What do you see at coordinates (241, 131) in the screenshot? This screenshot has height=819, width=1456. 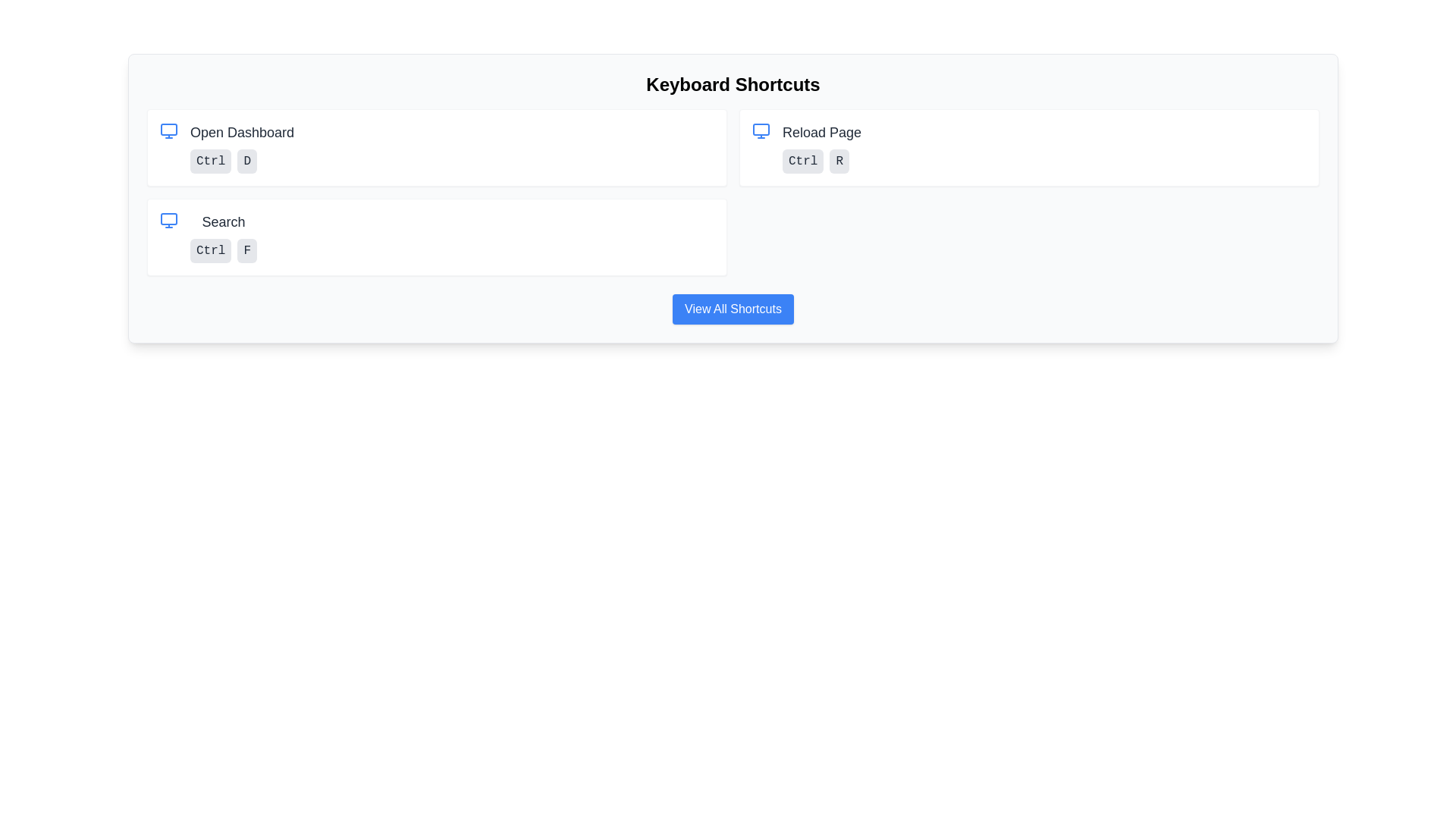 I see `the text label displaying 'Open Dashboard' in a large gray font, located in the top-left section of the main content area, adjacent to a visual icon and followed by 'Ctrl' and 'D'` at bounding box center [241, 131].